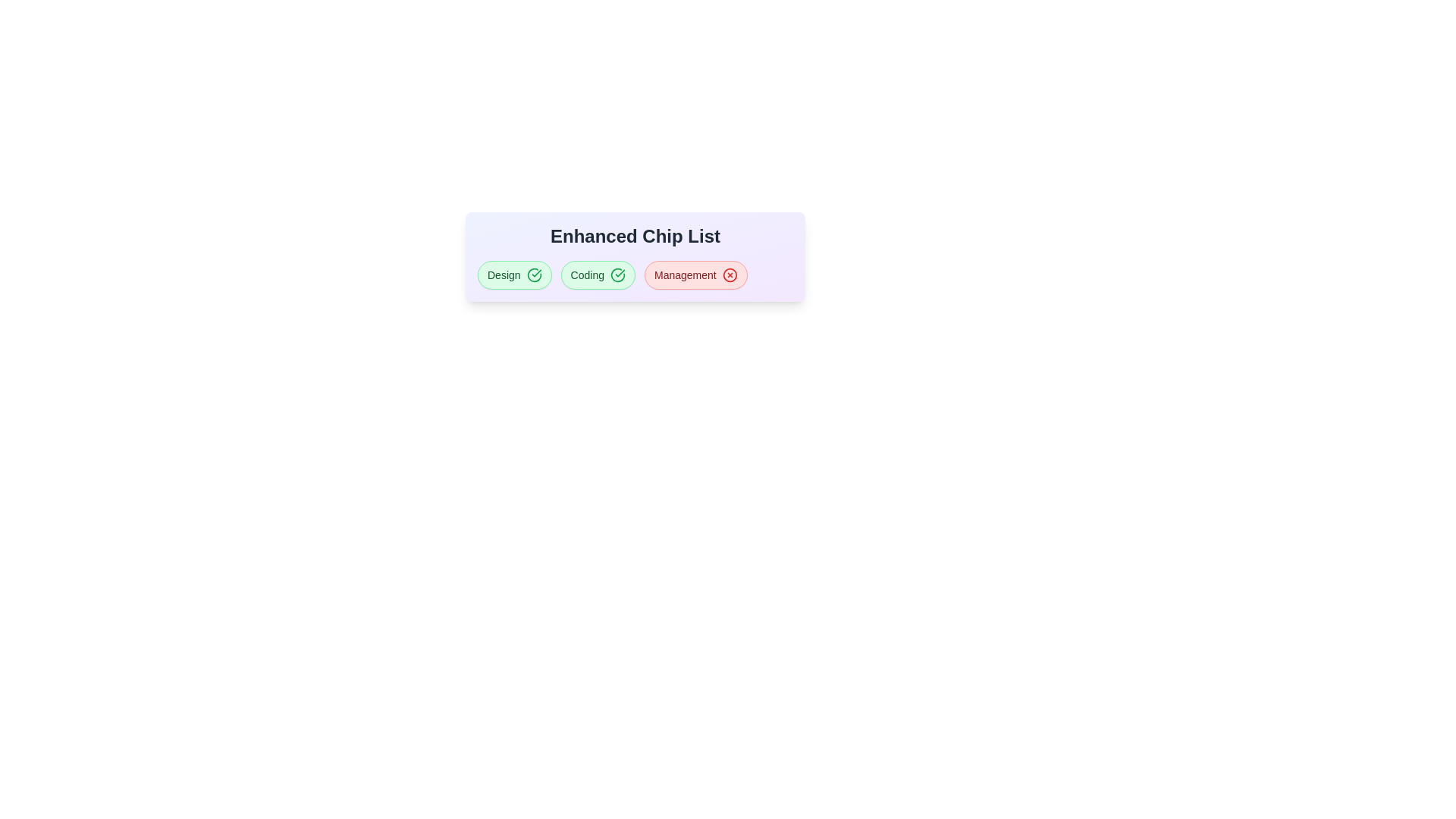 The width and height of the screenshot is (1456, 819). Describe the element at coordinates (597, 275) in the screenshot. I see `the tag labeled Coding to toggle its active state` at that location.